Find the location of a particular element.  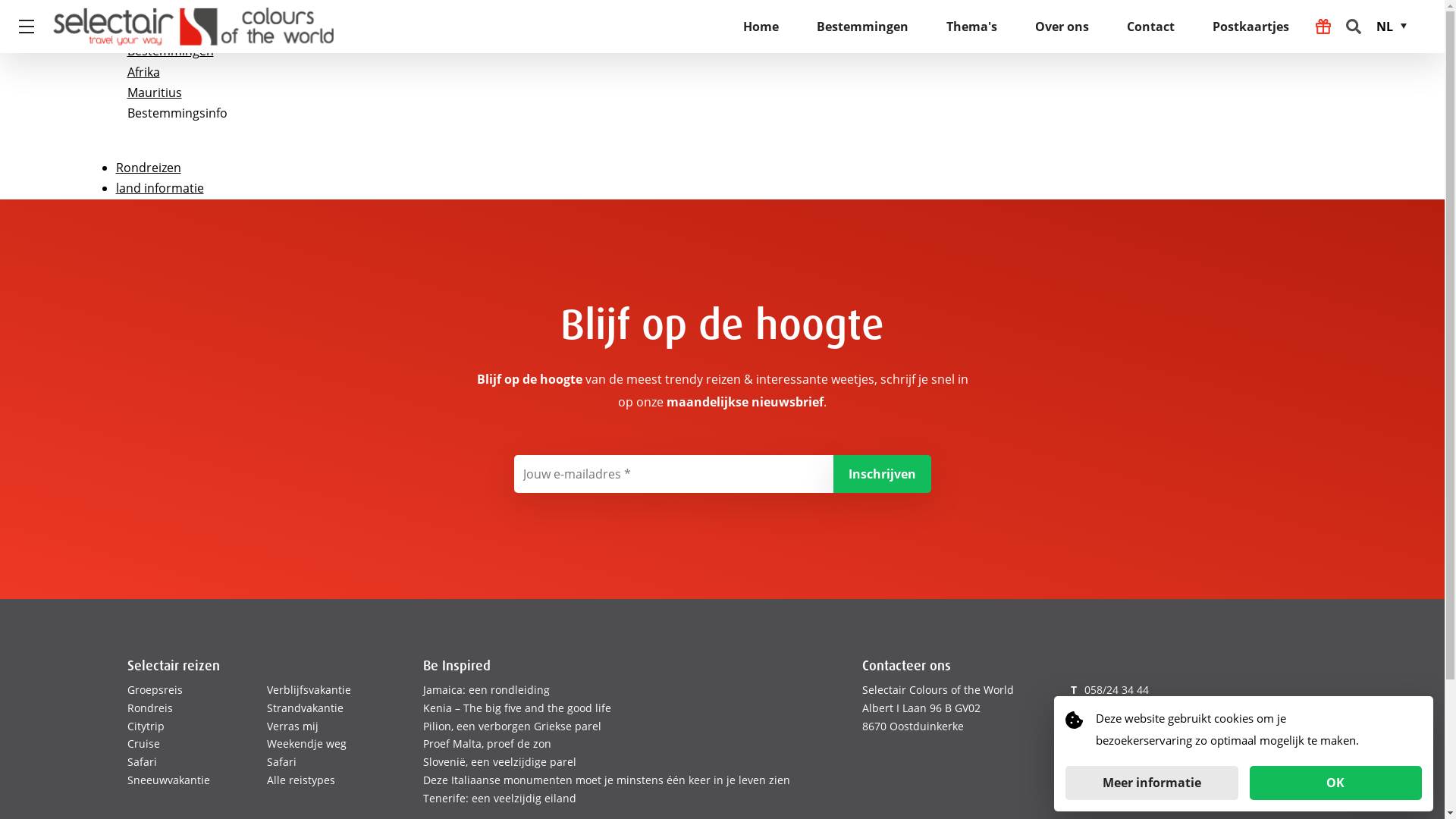

'Strandvakantie' is located at coordinates (304, 708).